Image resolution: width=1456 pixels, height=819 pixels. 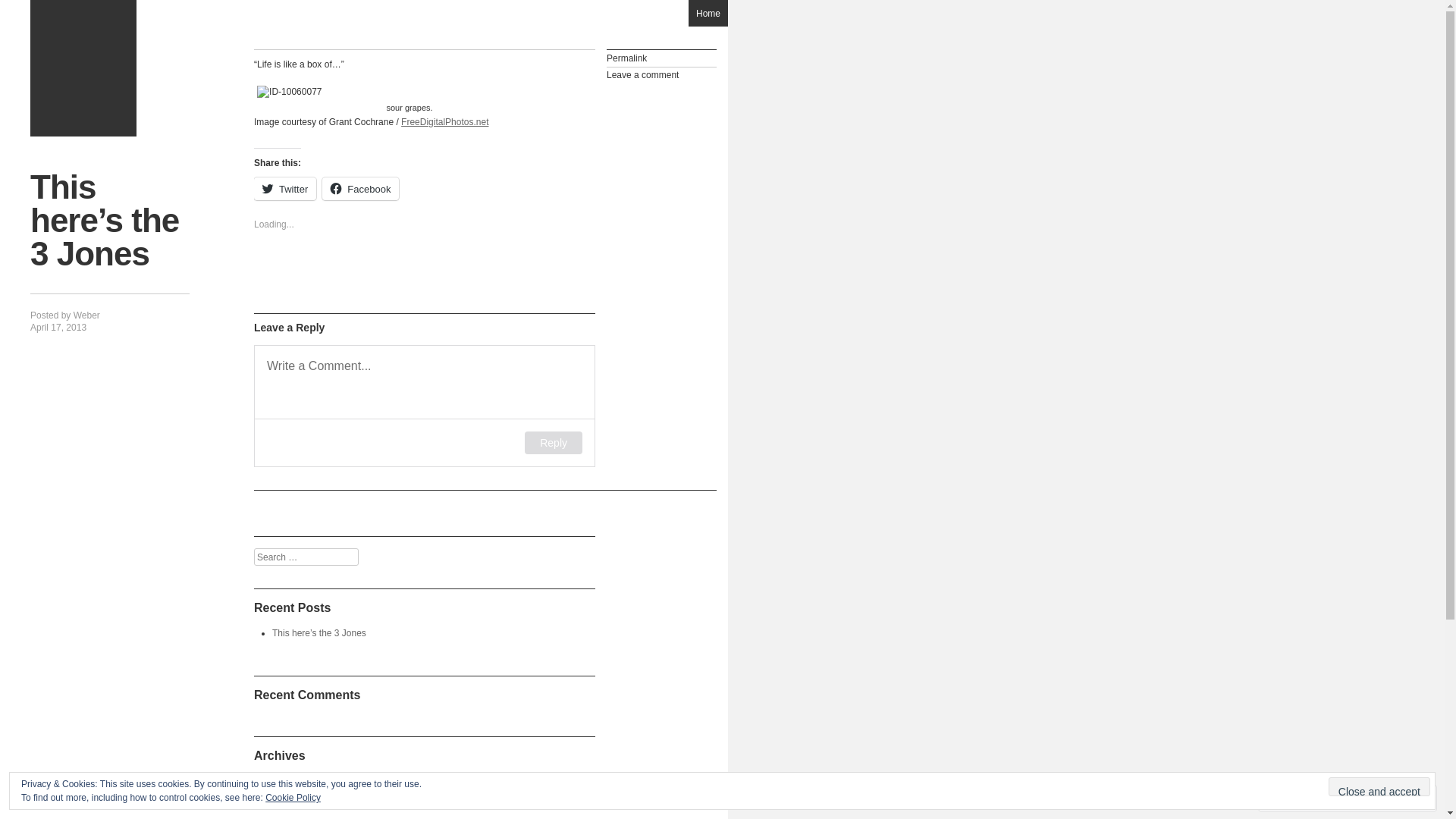 I want to click on 'Twitter', so click(x=284, y=188).